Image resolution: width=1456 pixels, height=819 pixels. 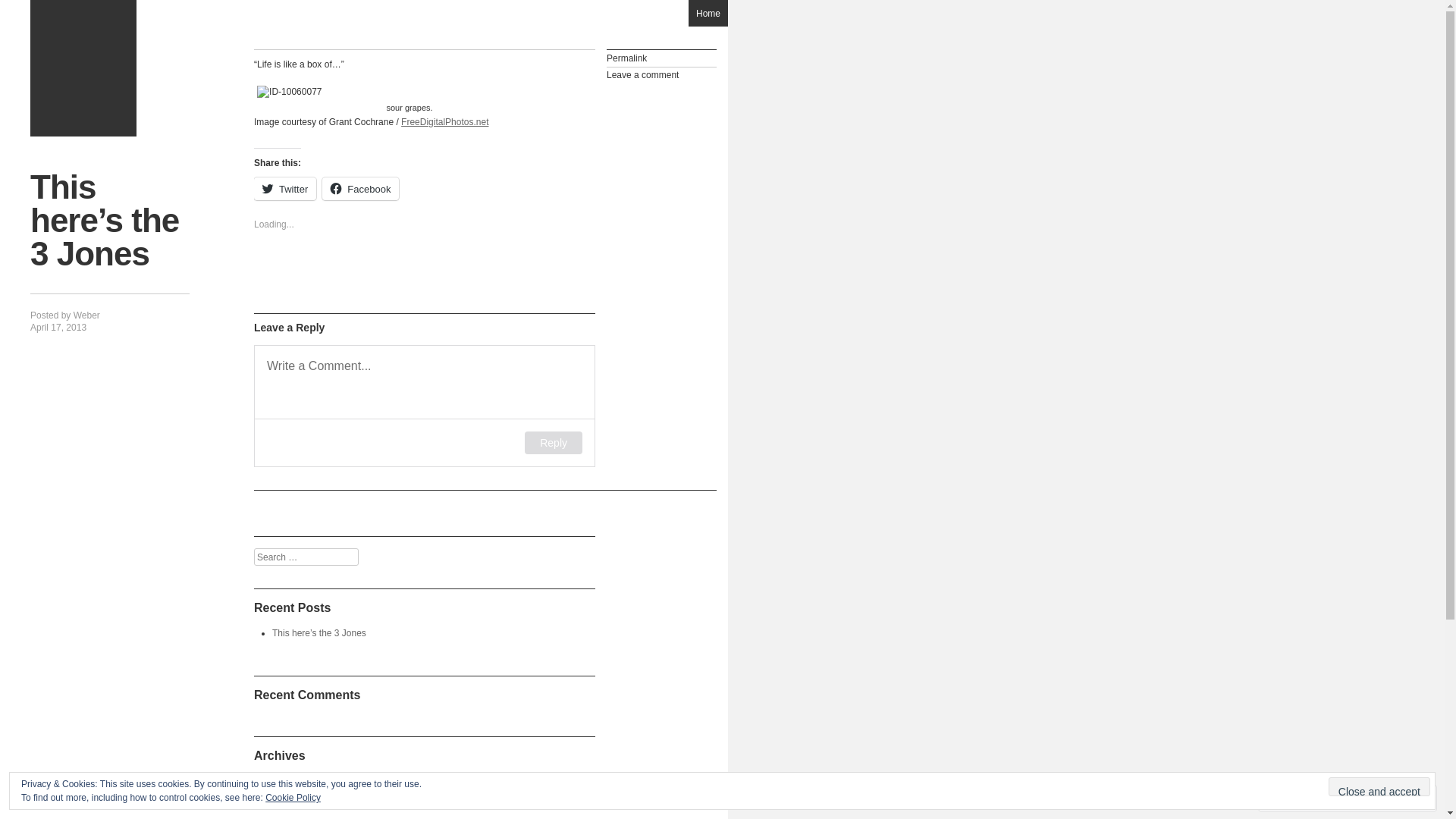 I want to click on 'Twitter', so click(x=284, y=188).